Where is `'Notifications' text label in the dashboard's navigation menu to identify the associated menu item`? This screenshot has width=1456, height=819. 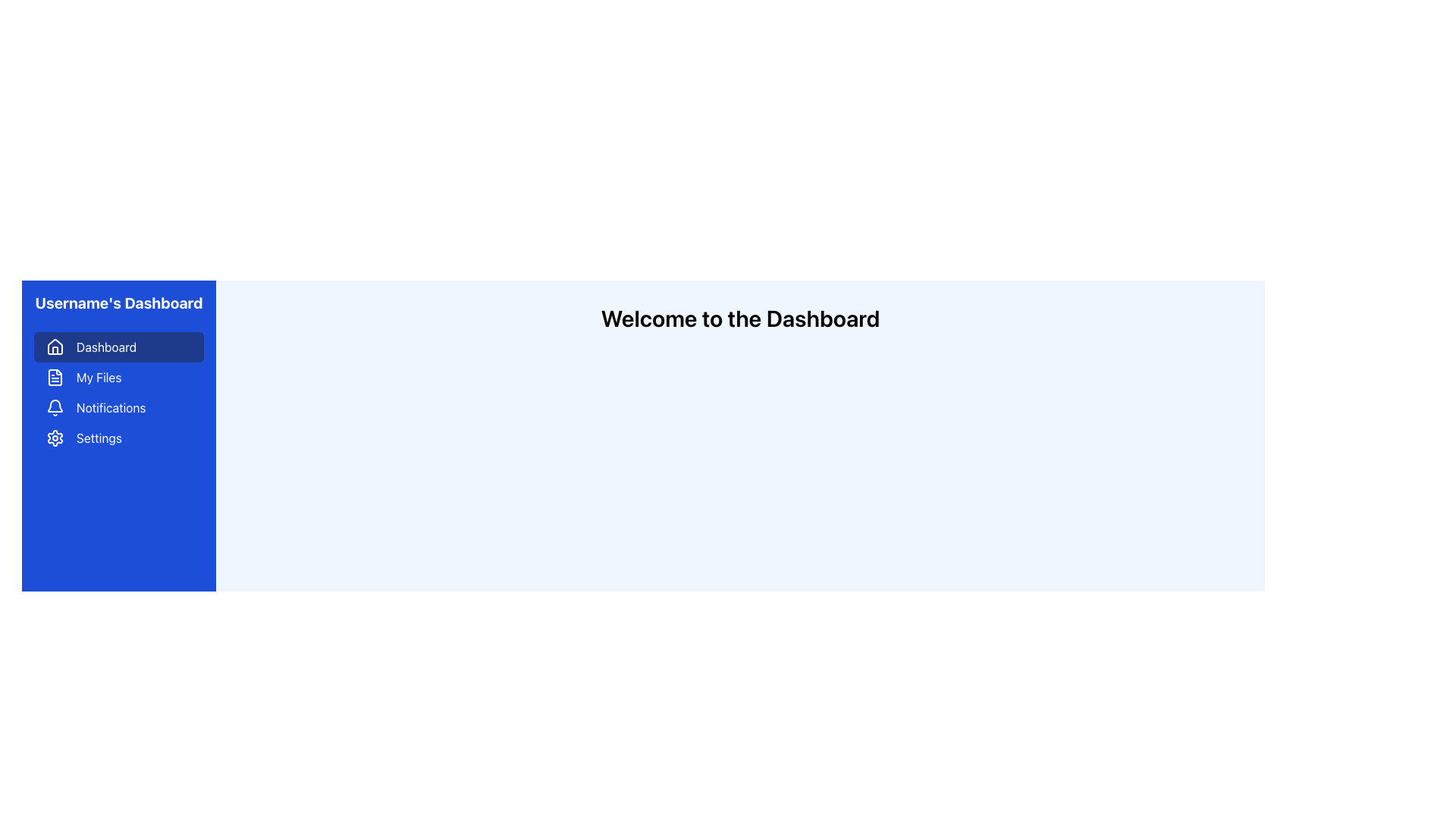
'Notifications' text label in the dashboard's navigation menu to identify the associated menu item is located at coordinates (110, 406).